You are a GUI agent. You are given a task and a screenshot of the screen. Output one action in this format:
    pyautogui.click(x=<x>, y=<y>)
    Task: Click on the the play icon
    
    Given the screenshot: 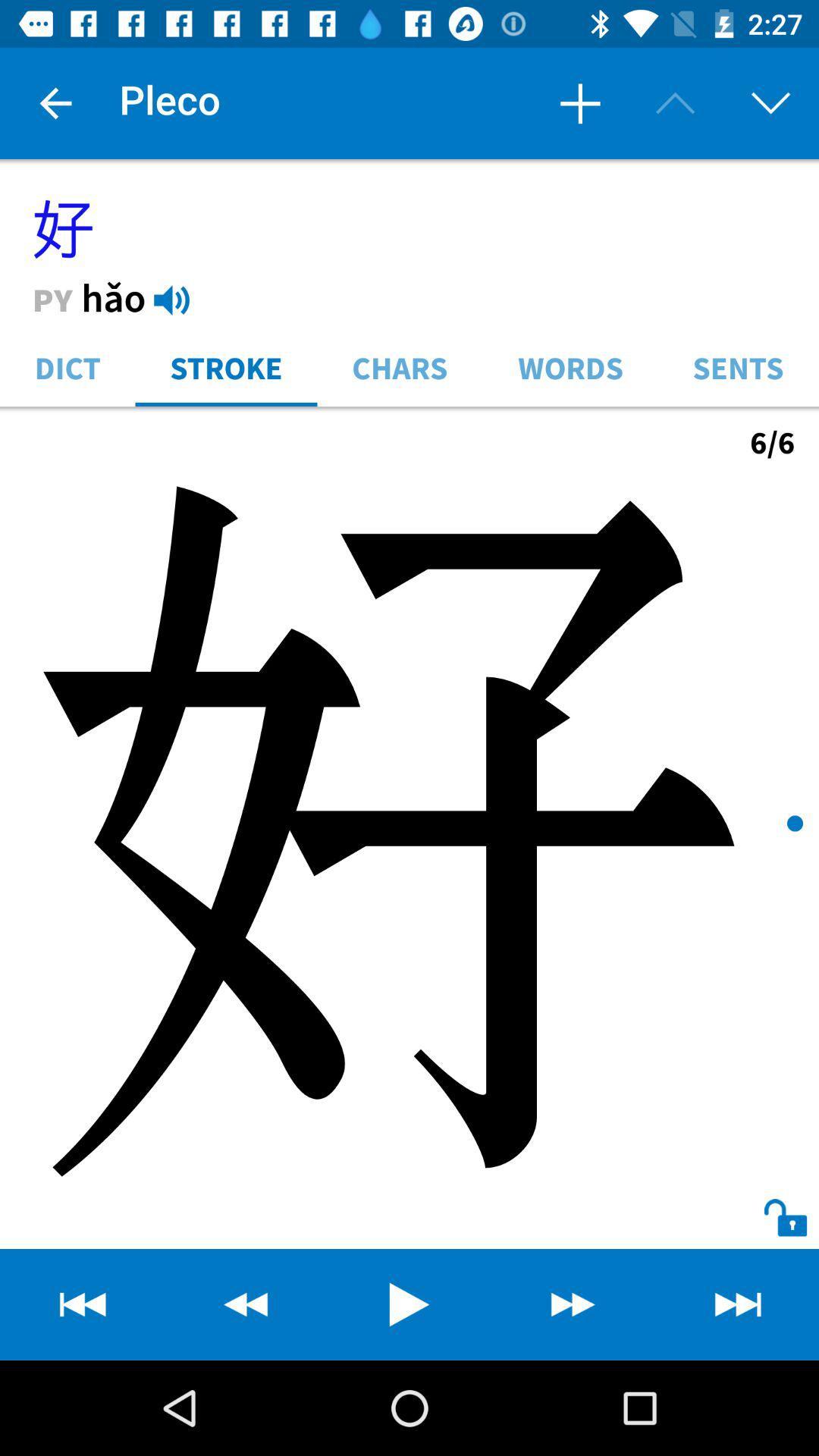 What is the action you would take?
    pyautogui.click(x=409, y=1304)
    